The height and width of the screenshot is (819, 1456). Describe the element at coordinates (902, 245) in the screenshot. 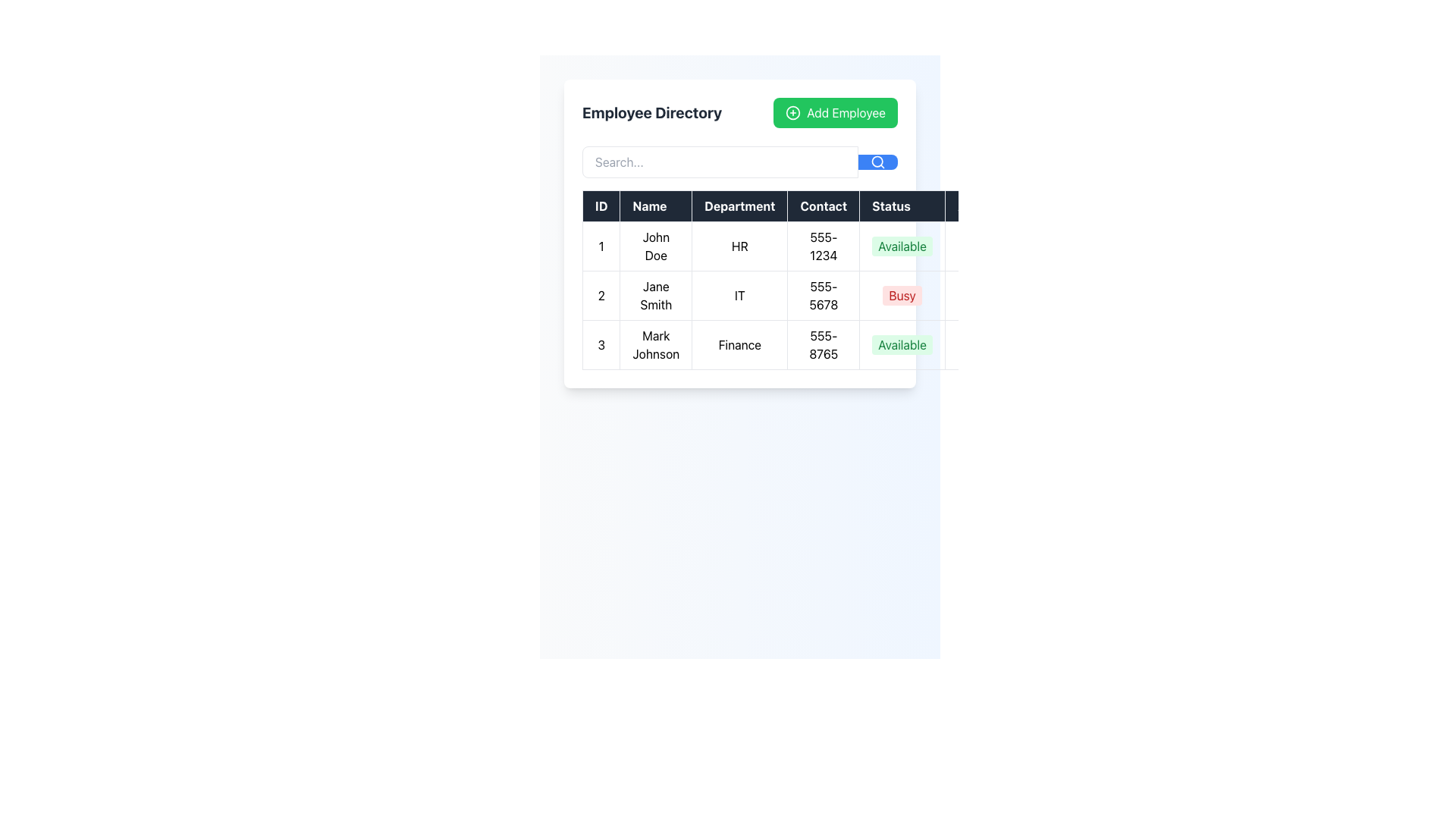

I see `the status indicator label in the second column of the 'Status' column in the table, corresponding to the first row's data` at that location.